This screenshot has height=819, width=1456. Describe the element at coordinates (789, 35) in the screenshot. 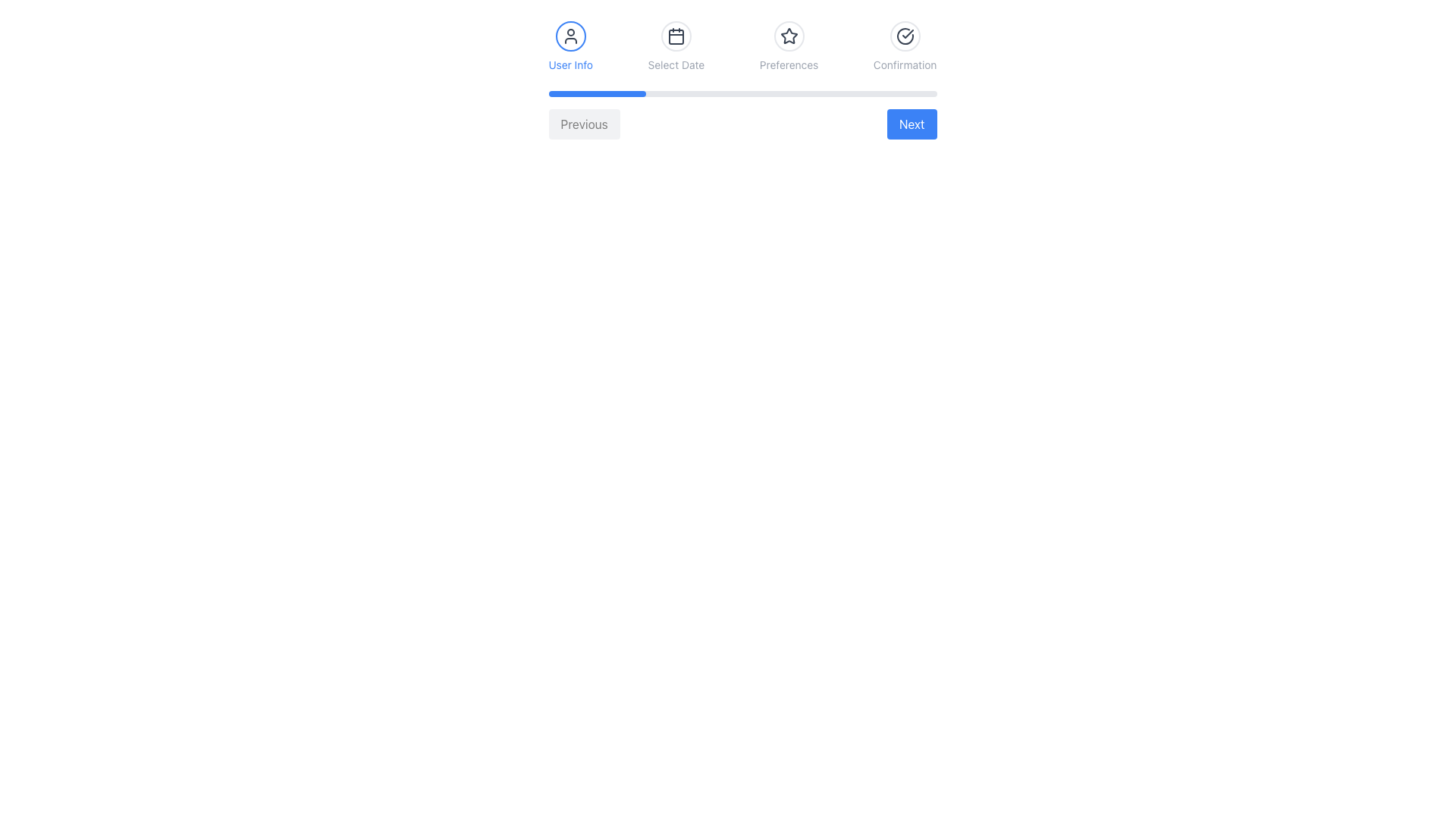

I see `the star icon labeled 'Preferences' in the top navigation bar` at that location.